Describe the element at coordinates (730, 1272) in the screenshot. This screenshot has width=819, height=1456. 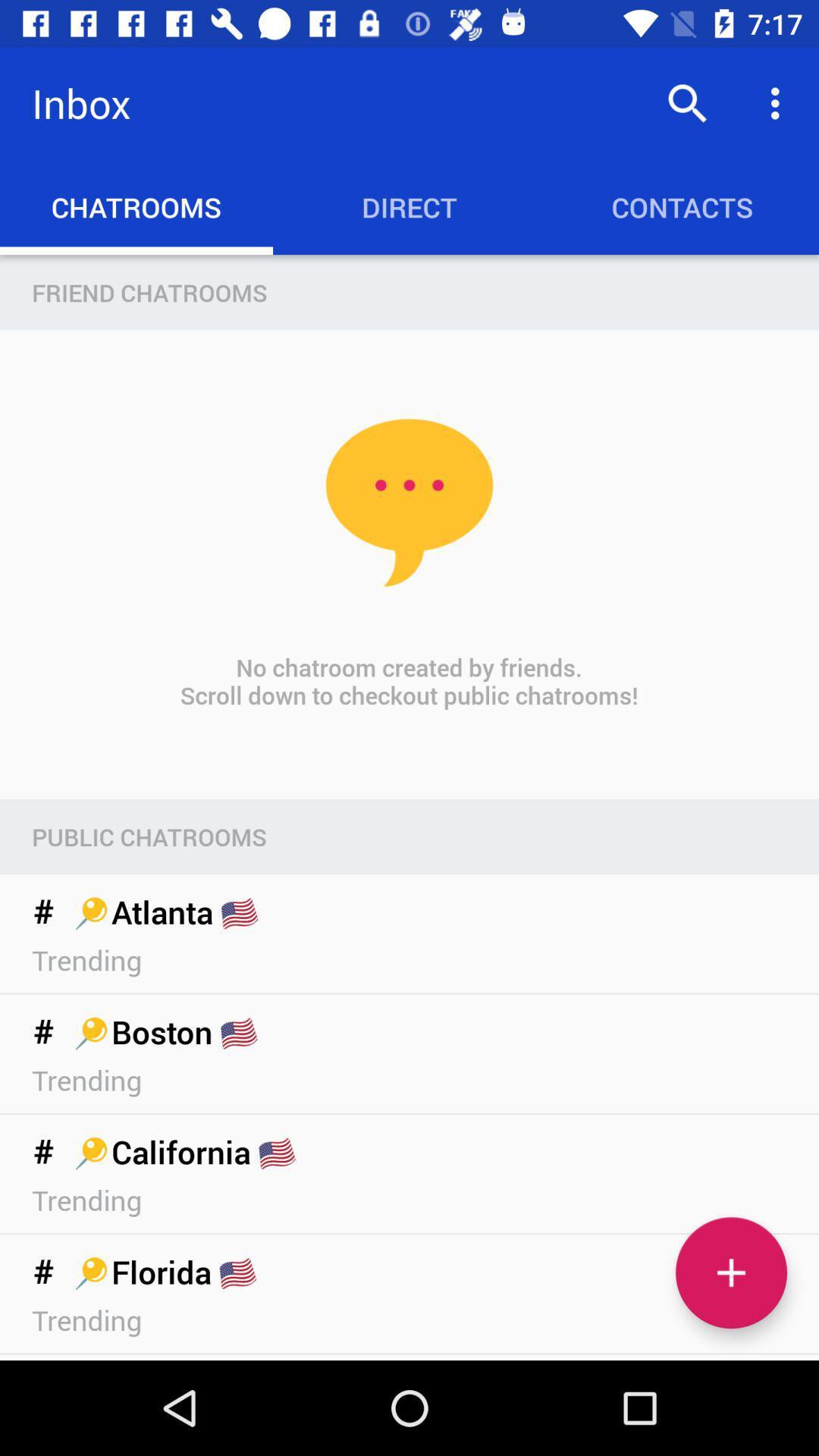
I see `item below trending item` at that location.